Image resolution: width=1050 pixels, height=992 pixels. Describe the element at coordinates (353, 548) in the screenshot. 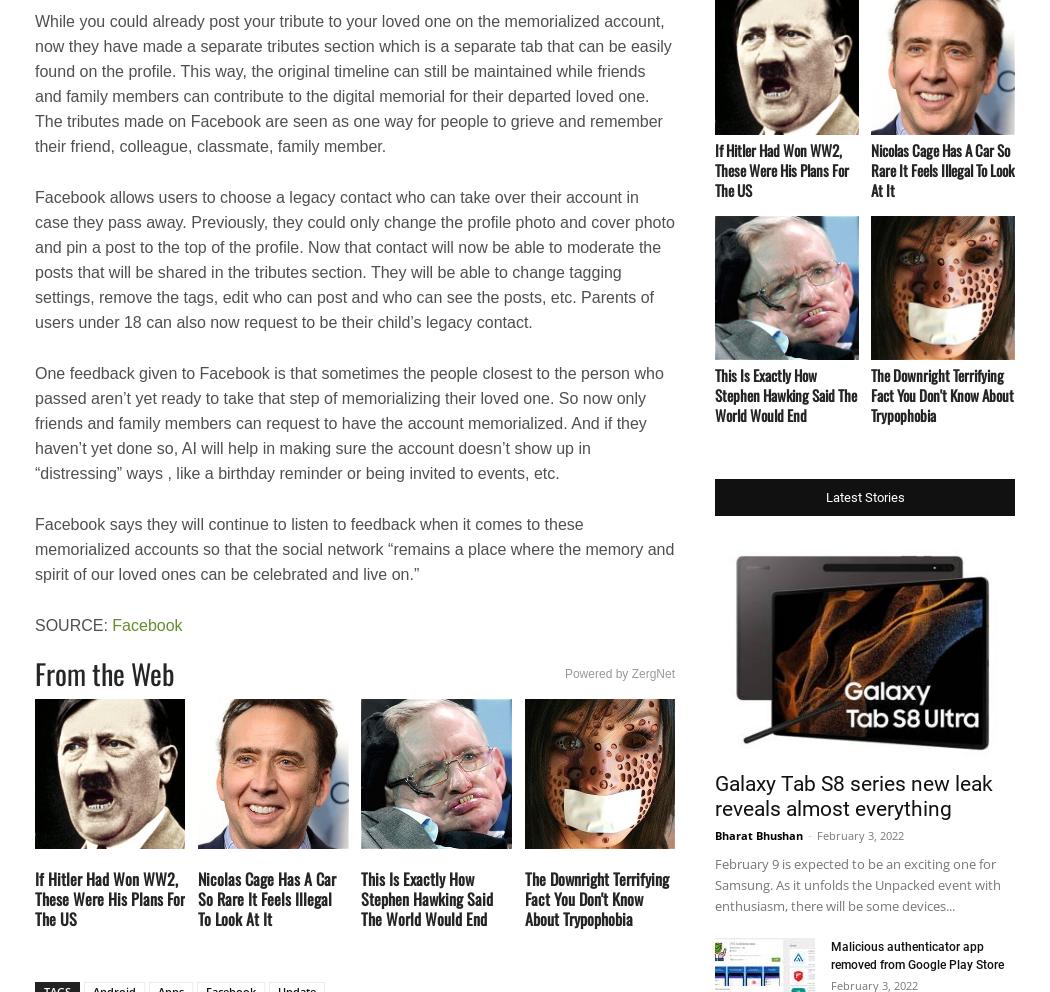

I see `'Facebook says they will continue to listen to feedback when it comes to these memorialized accounts so that the social network “remains a place where the memory and spirit of our loved ones can be celebrated and live on.”'` at that location.